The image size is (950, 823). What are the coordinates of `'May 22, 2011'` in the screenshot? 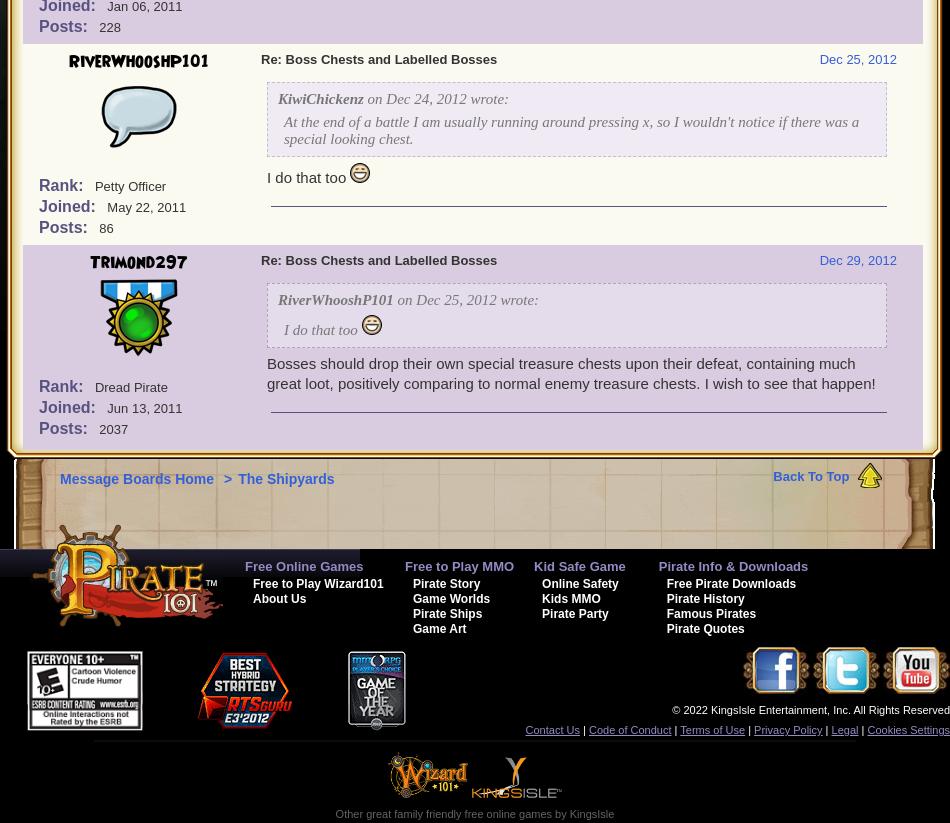 It's located at (146, 207).